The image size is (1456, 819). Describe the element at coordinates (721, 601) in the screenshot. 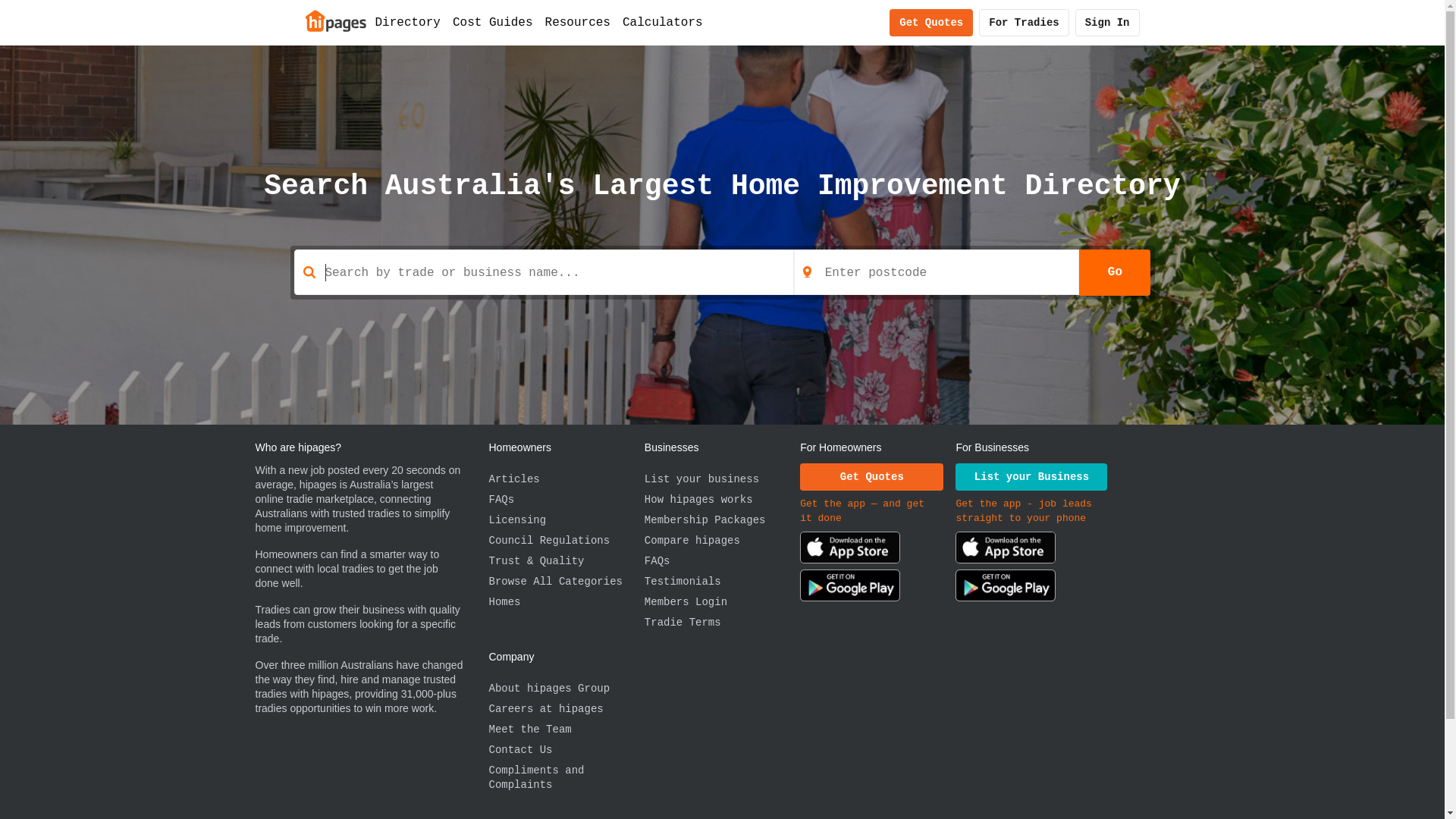

I see `'Members Login'` at that location.